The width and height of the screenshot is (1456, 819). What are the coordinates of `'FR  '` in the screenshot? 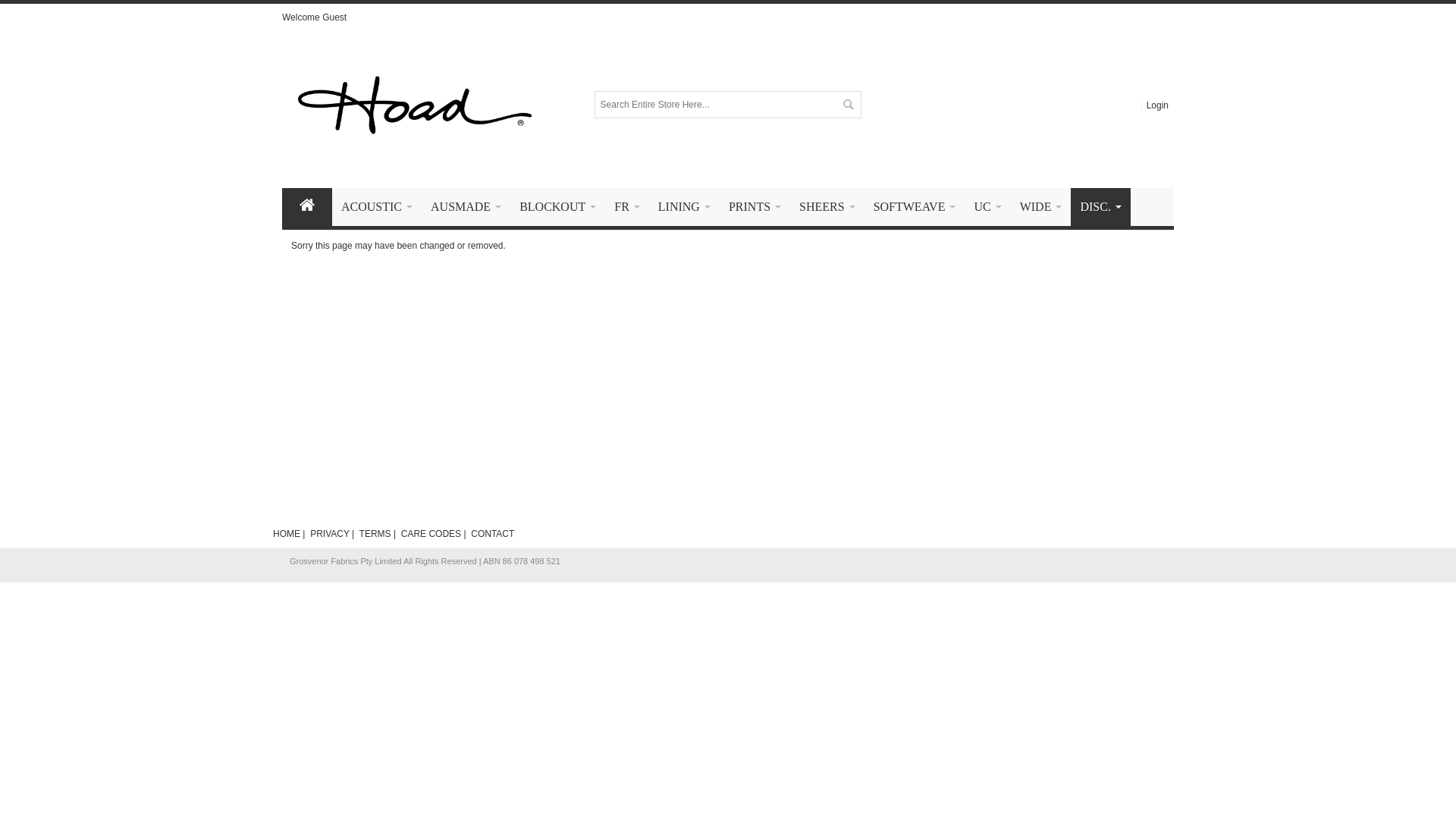 It's located at (604, 207).